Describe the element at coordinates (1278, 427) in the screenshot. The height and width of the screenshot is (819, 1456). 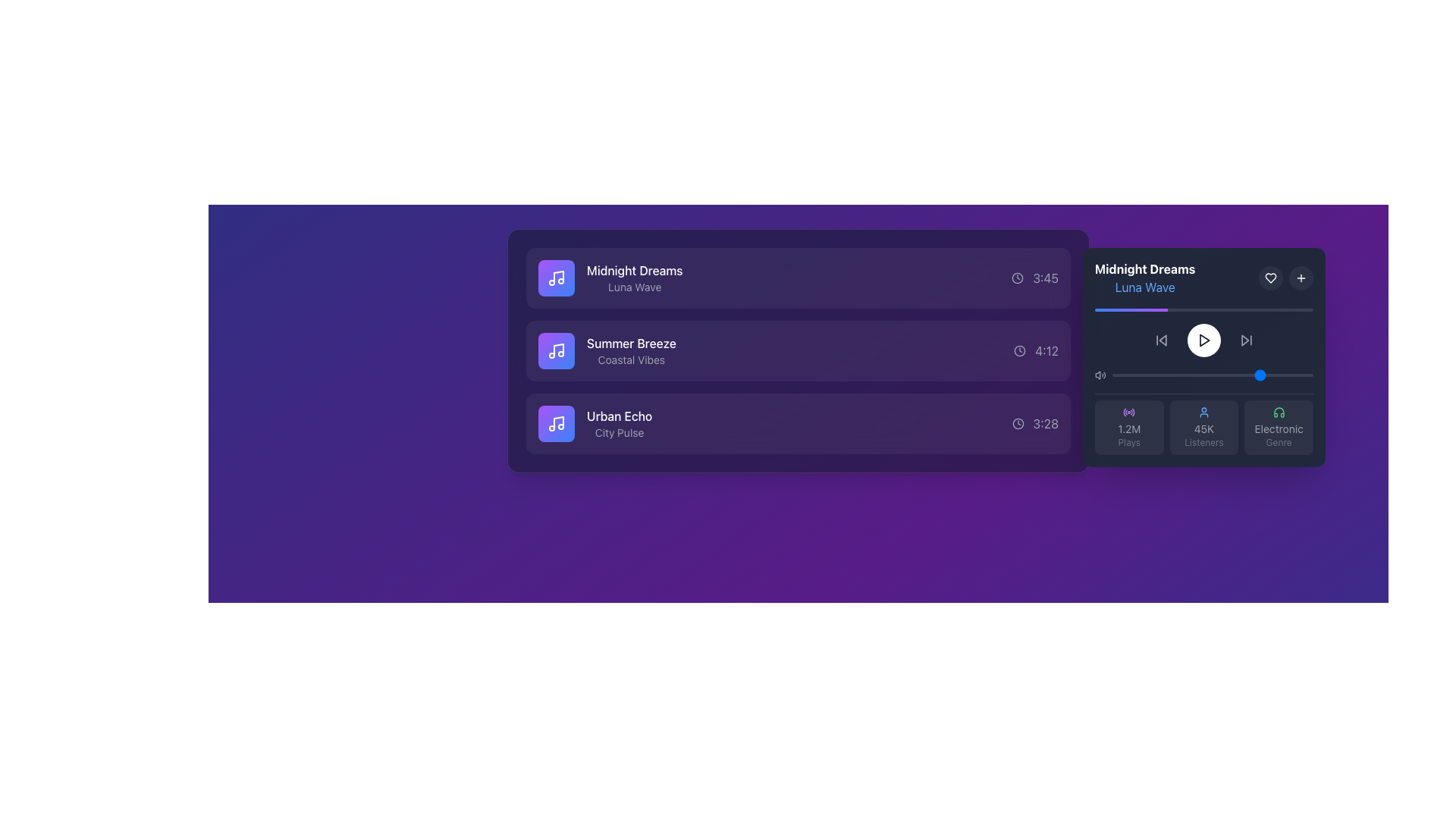
I see `the Informational badge that indicates the genre of the content as 'Electronic', located in the third column of a three-column grid at the bottom of the player panel` at that location.